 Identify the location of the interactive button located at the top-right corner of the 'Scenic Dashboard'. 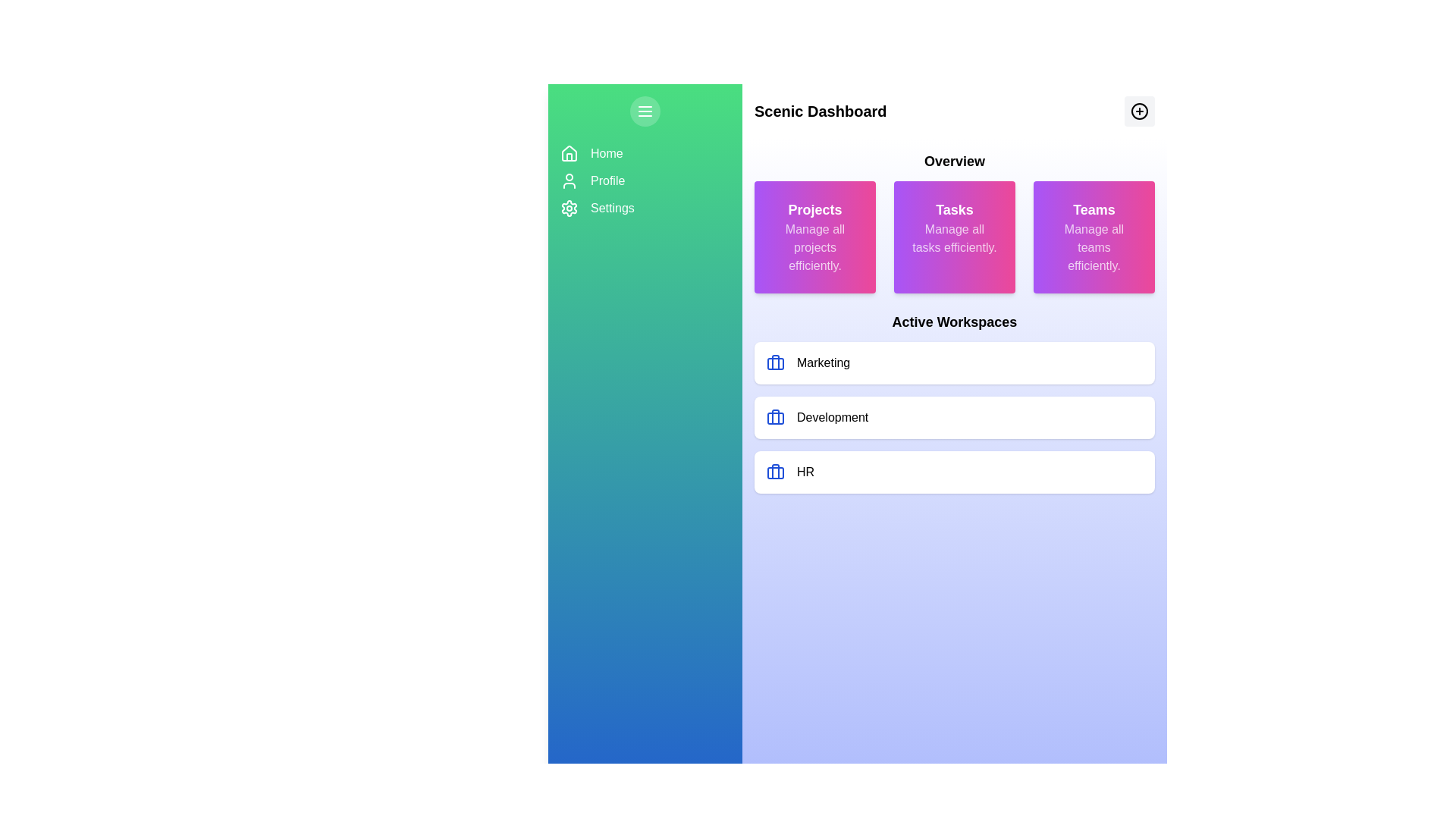
(1139, 110).